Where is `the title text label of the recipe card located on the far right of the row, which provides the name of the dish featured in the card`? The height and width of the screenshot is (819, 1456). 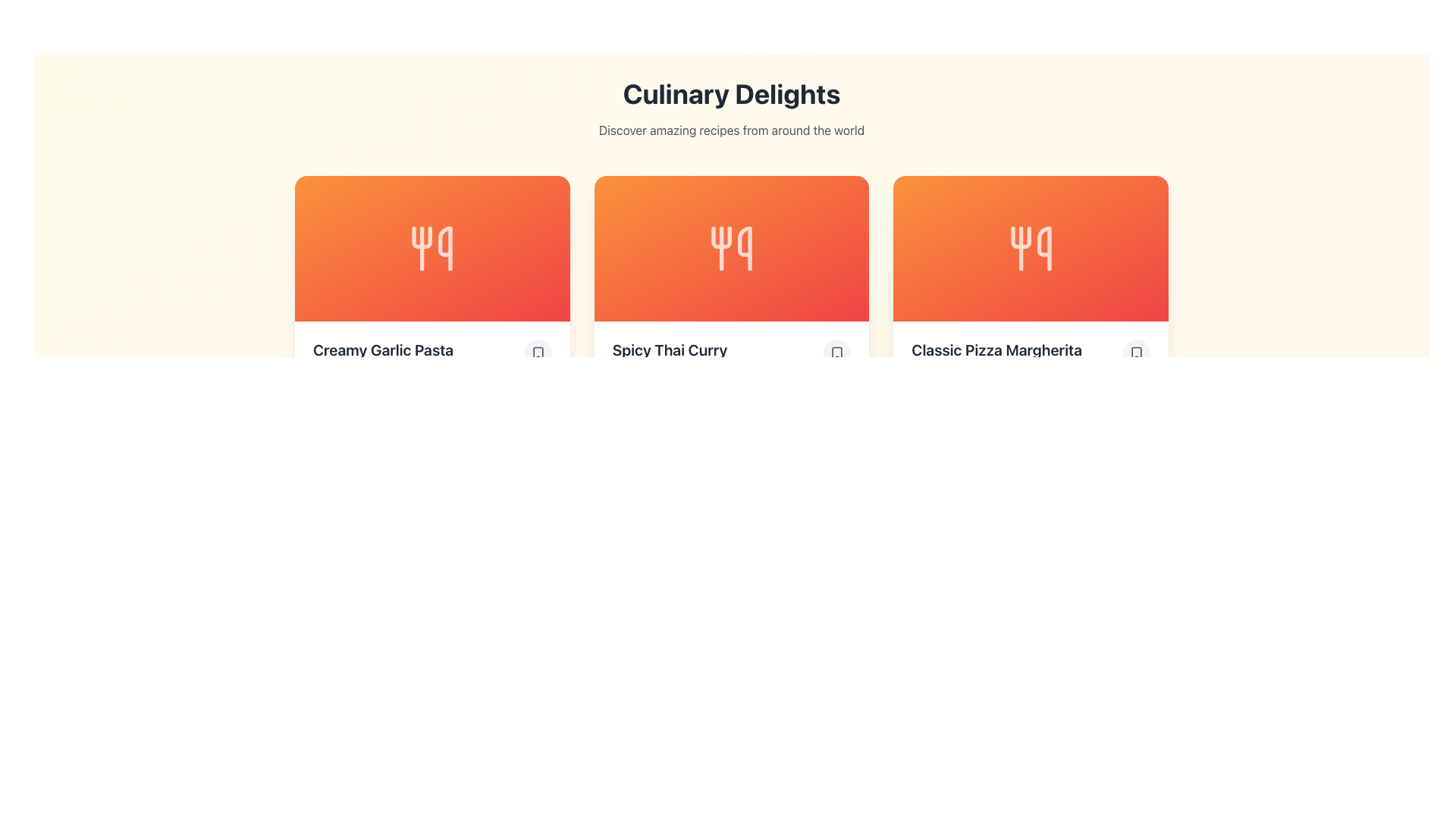 the title text label of the recipe card located on the far right of the row, which provides the name of the dish featured in the card is located at coordinates (1031, 353).